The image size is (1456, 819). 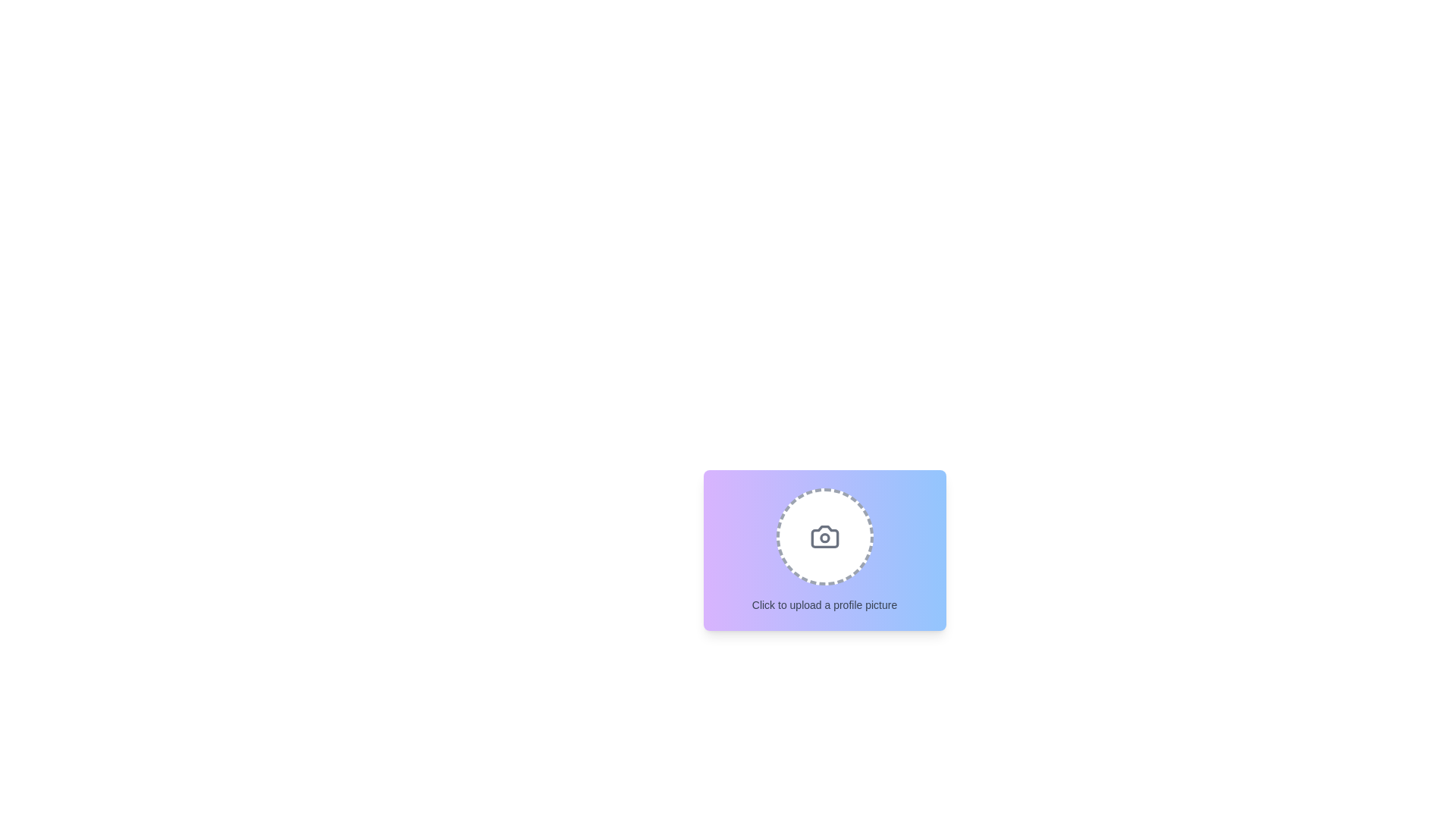 What do you see at coordinates (824, 536) in the screenshot?
I see `the camera icon located in the center of its circular dashed-bordered area within the profile picture uploader` at bounding box center [824, 536].